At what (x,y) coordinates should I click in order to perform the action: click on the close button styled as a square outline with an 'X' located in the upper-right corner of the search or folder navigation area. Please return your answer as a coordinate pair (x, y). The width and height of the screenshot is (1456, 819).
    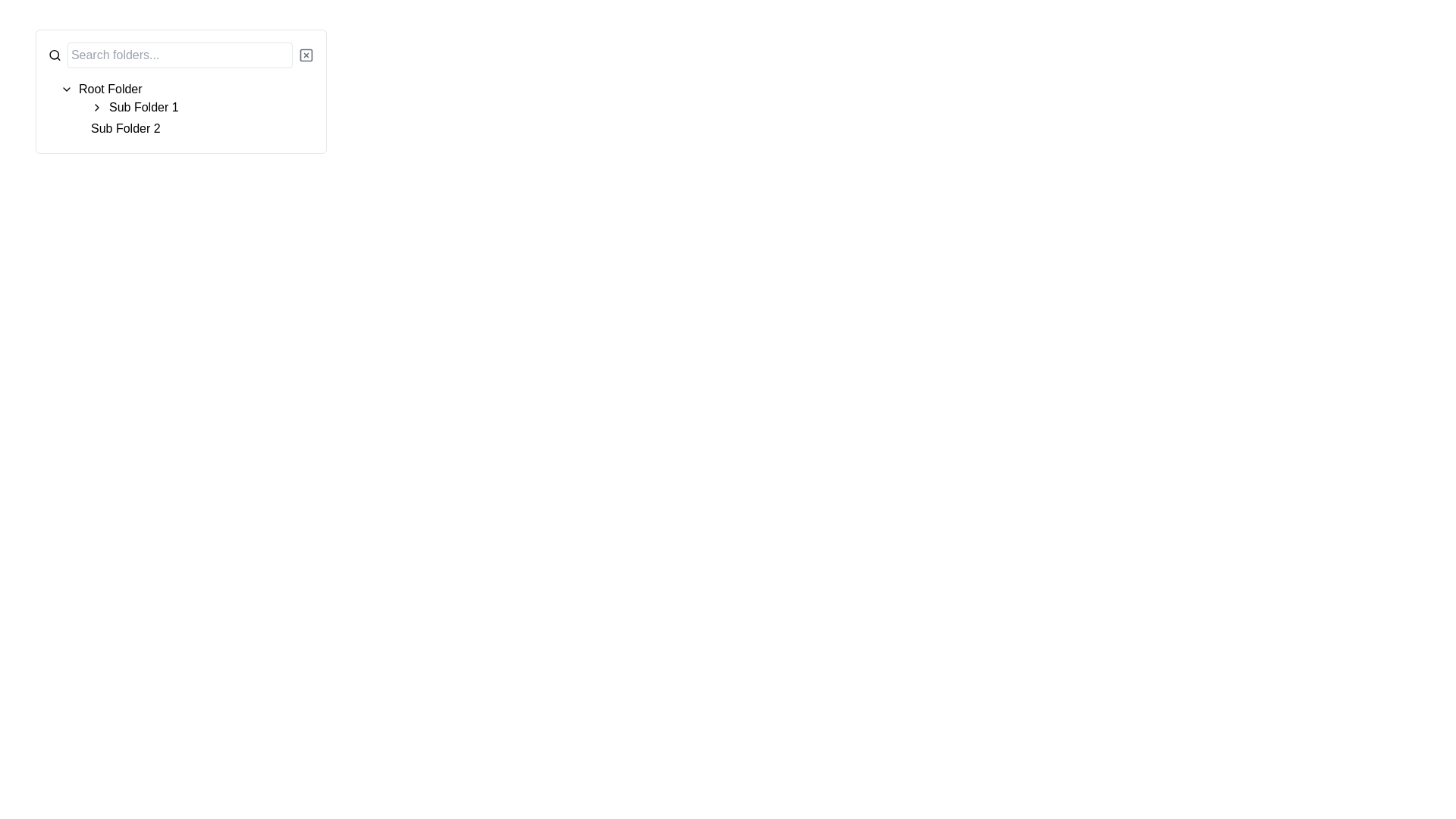
    Looking at the image, I should click on (305, 55).